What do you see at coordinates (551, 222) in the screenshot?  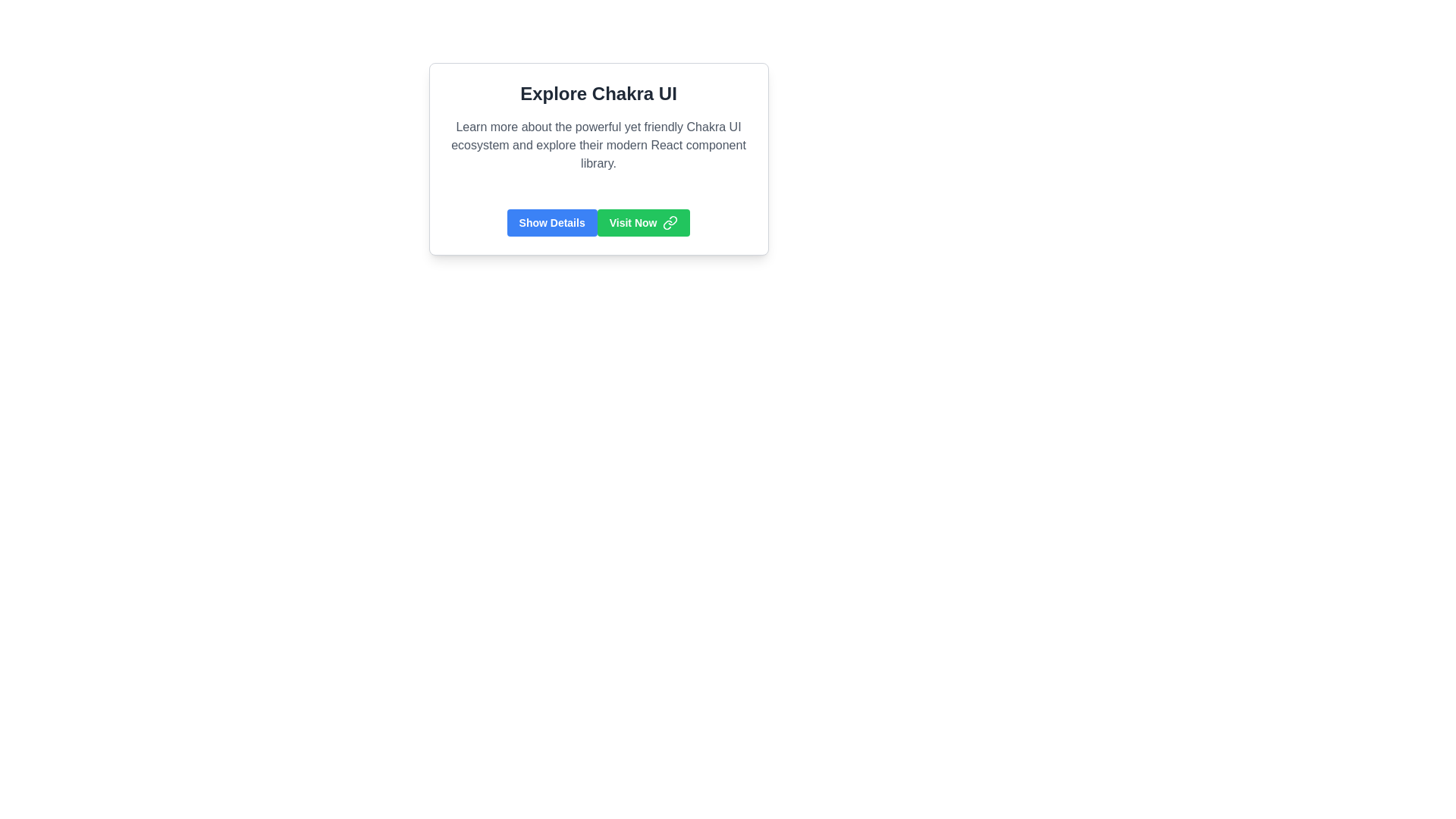 I see `the 'Show Details' button, which has a bright blue background and white text, located in the lower section of the 'Explore Chakra UI' card` at bounding box center [551, 222].